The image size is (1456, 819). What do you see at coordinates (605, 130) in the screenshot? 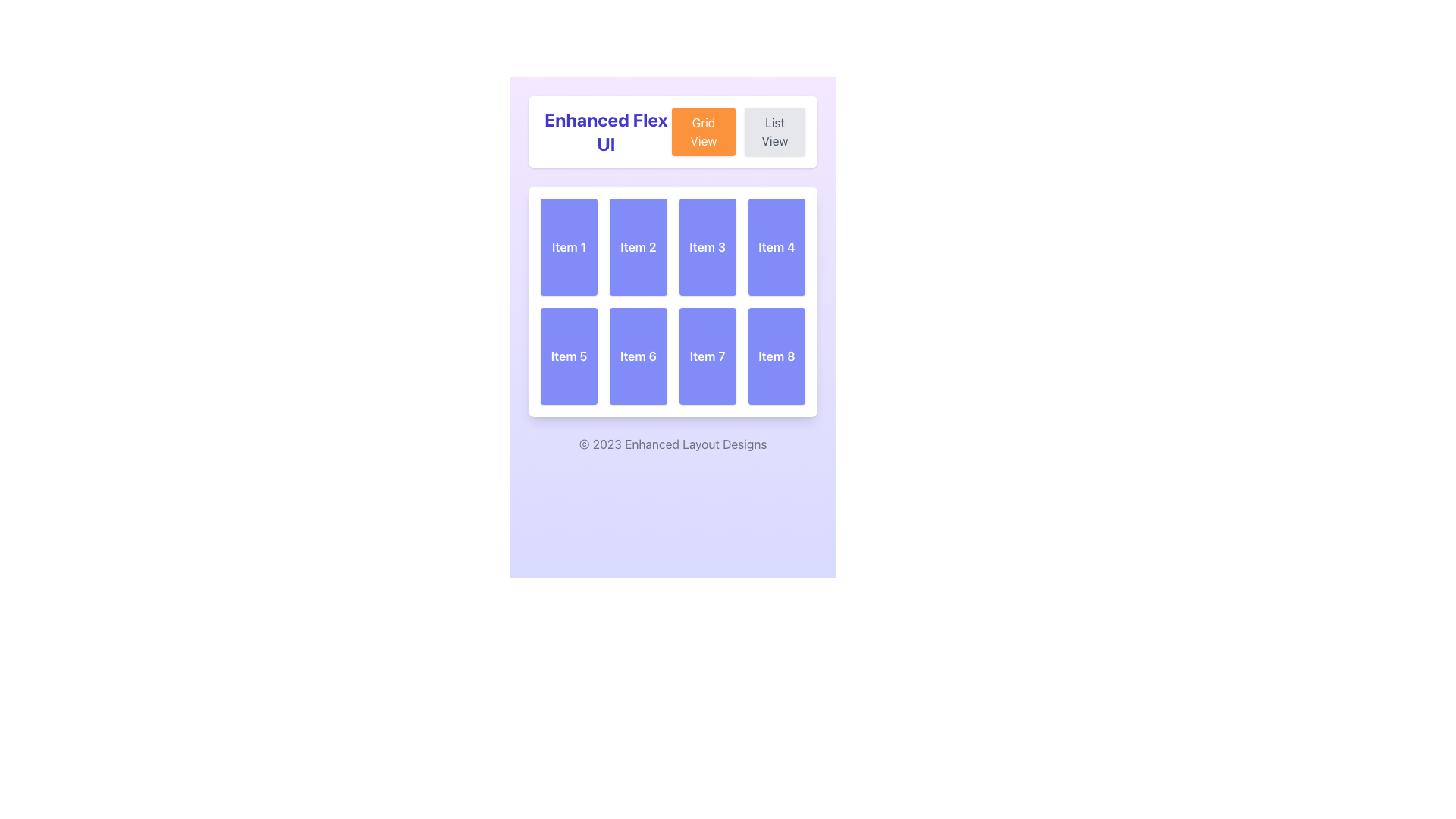
I see `the Text label that serves as a title for the interface, located in the top header section, to the left of the 'Grid View' and 'List View' buttons` at bounding box center [605, 130].